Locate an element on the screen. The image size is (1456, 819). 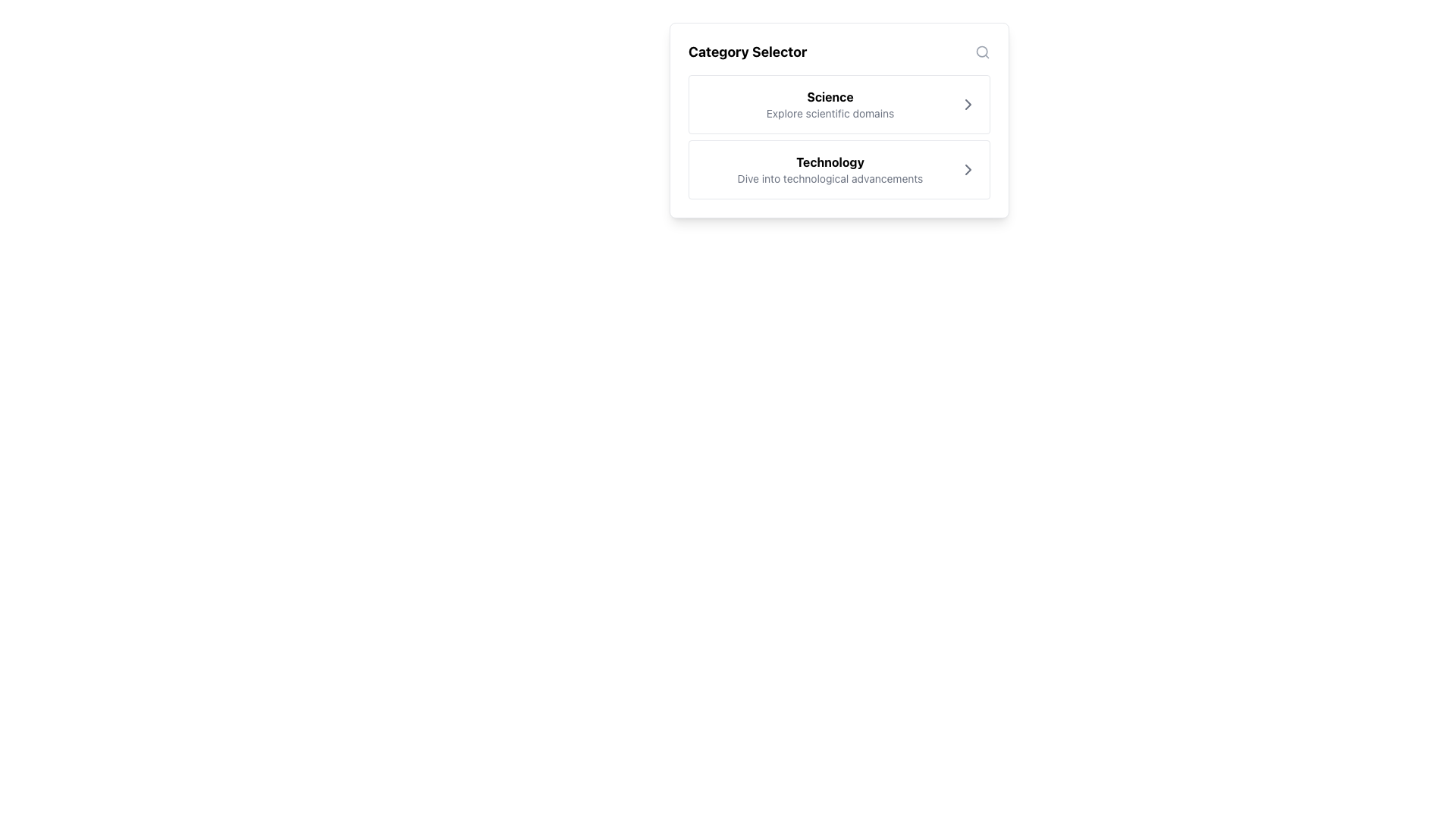
the category button for technological advancements, which is the second selectable item below the 'Science' button is located at coordinates (839, 169).